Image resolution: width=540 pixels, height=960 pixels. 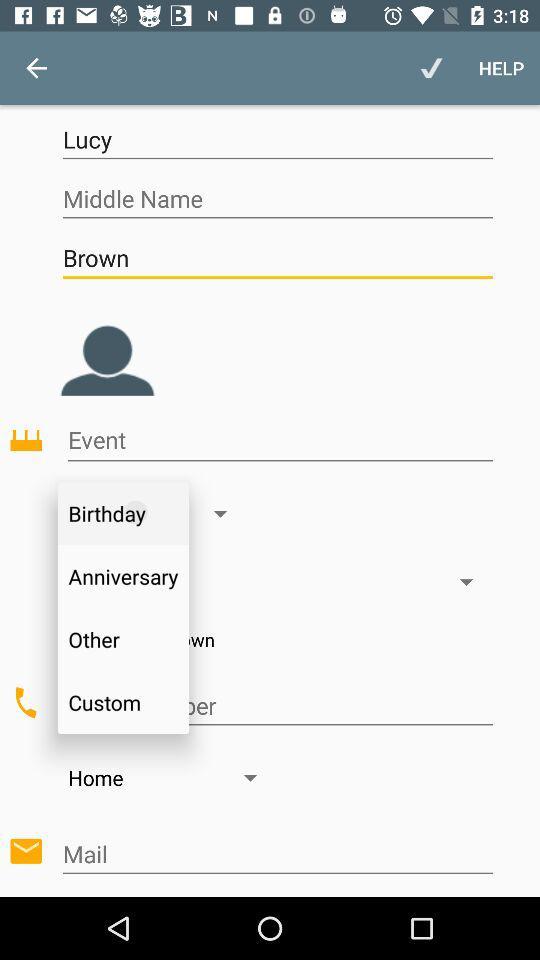 What do you see at coordinates (276, 706) in the screenshot?
I see `the icon below the year unknown item` at bounding box center [276, 706].